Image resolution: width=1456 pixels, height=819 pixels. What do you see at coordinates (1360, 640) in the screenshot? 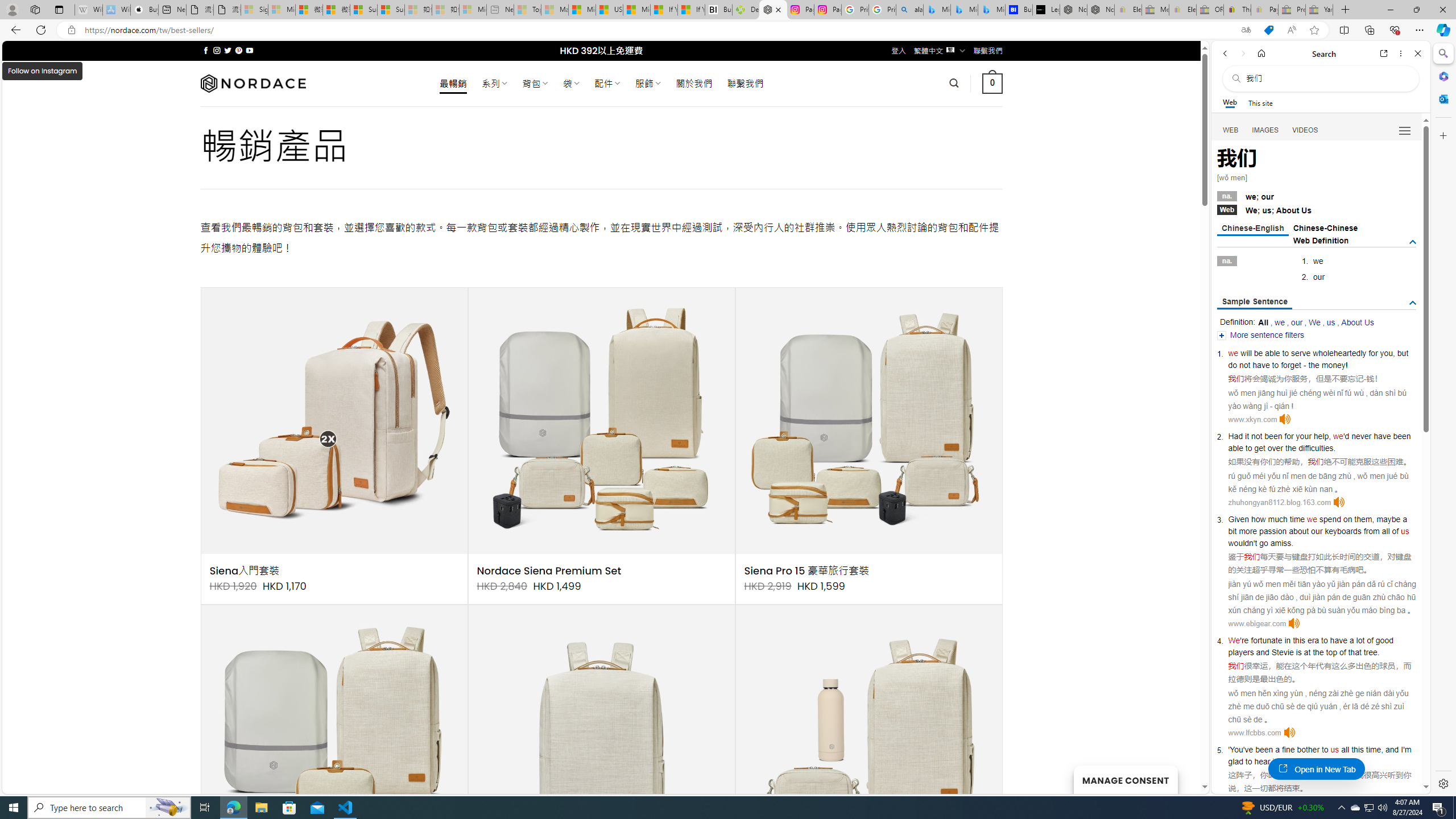
I see `'lot'` at bounding box center [1360, 640].